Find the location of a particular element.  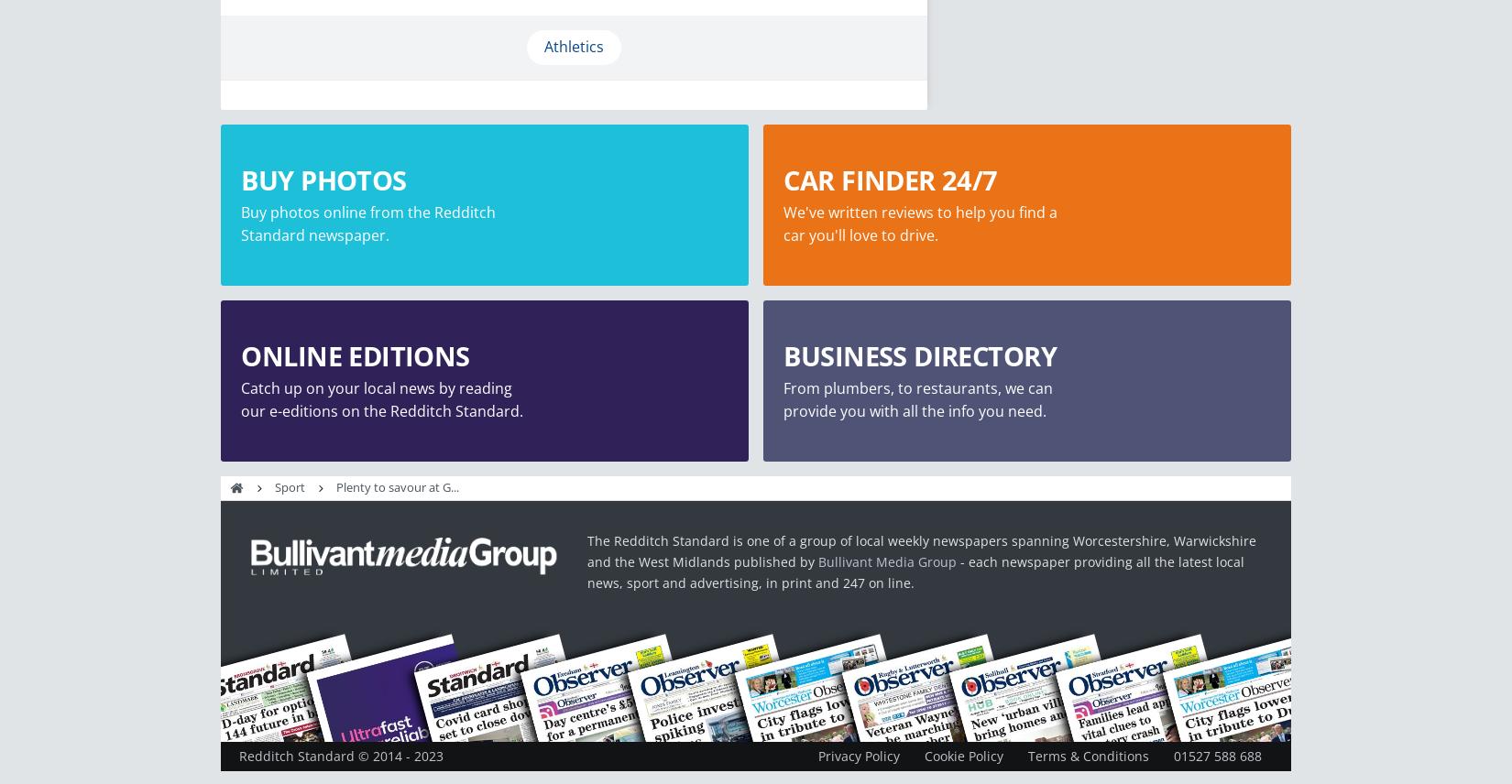

'Terms & Conditions' is located at coordinates (1089, 755).